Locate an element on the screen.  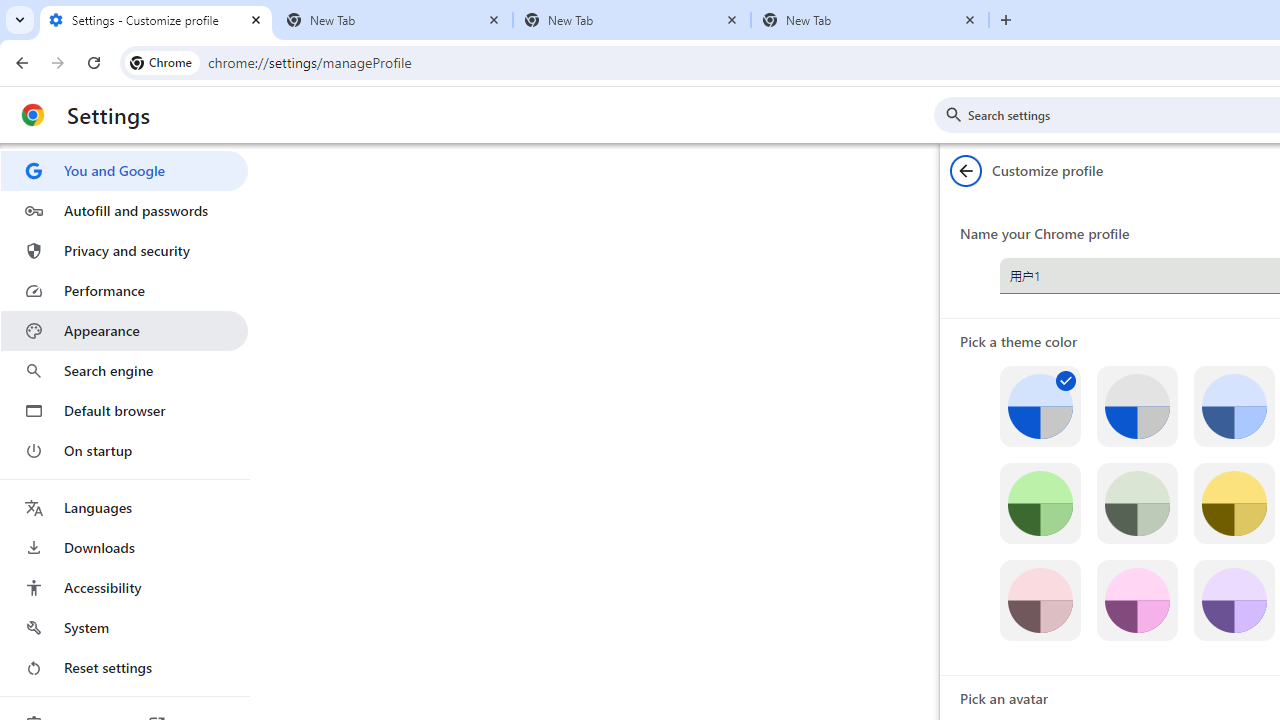
'You and Google' is located at coordinates (123, 170).